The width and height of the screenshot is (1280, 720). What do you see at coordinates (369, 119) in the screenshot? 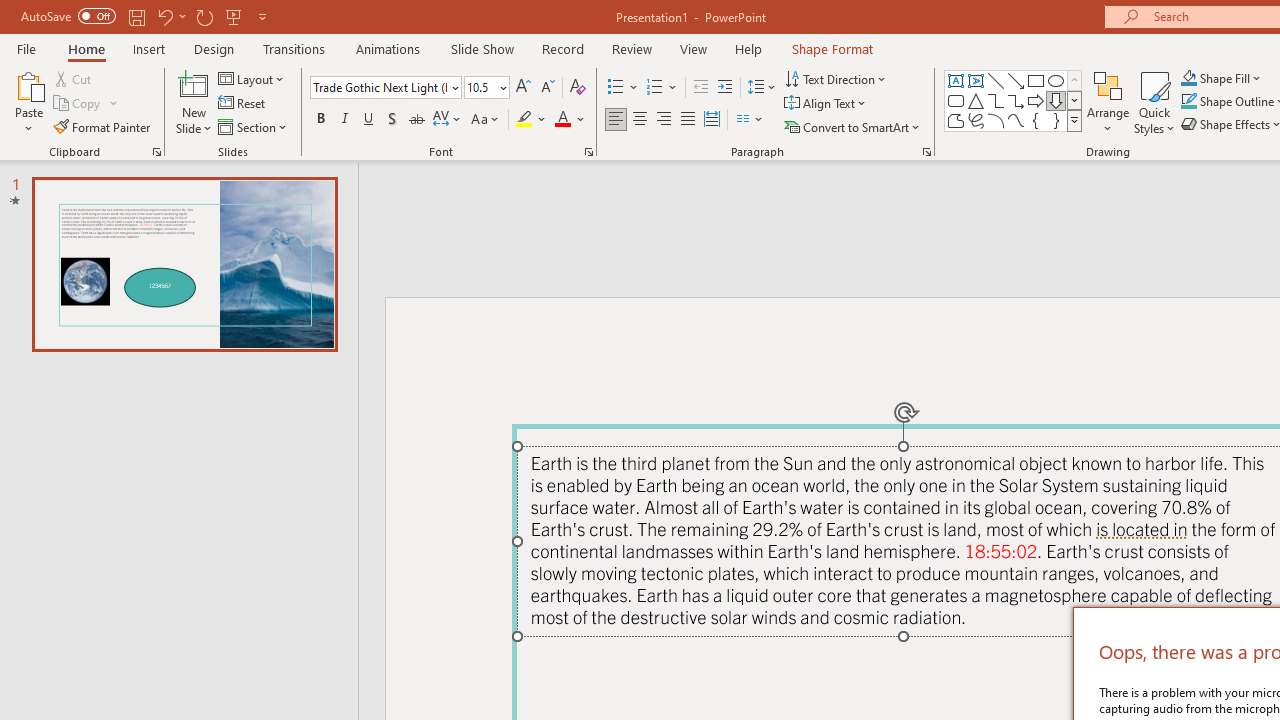
I see `'Underline'` at bounding box center [369, 119].